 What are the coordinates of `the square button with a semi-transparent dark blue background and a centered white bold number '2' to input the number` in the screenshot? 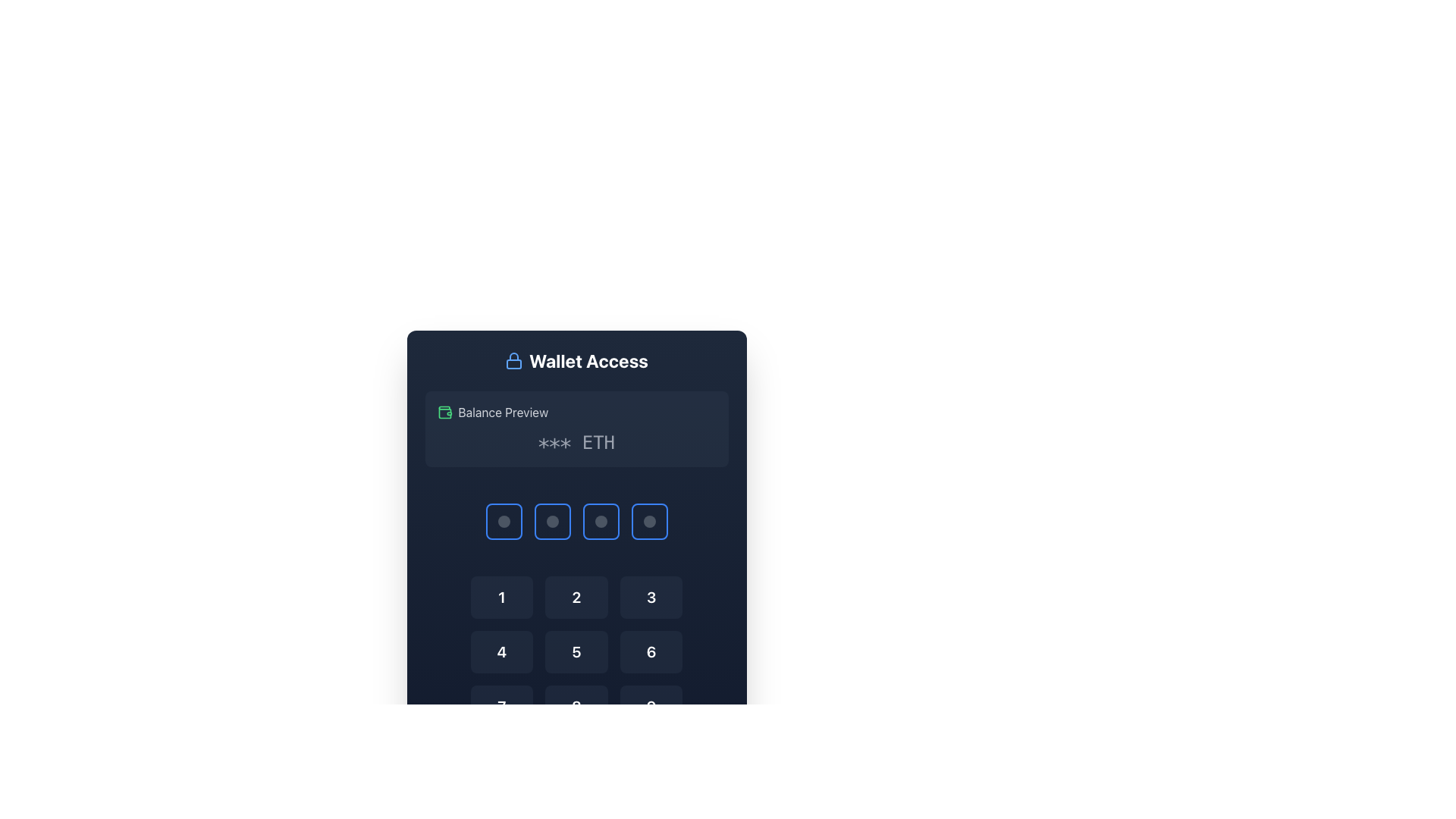 It's located at (576, 596).